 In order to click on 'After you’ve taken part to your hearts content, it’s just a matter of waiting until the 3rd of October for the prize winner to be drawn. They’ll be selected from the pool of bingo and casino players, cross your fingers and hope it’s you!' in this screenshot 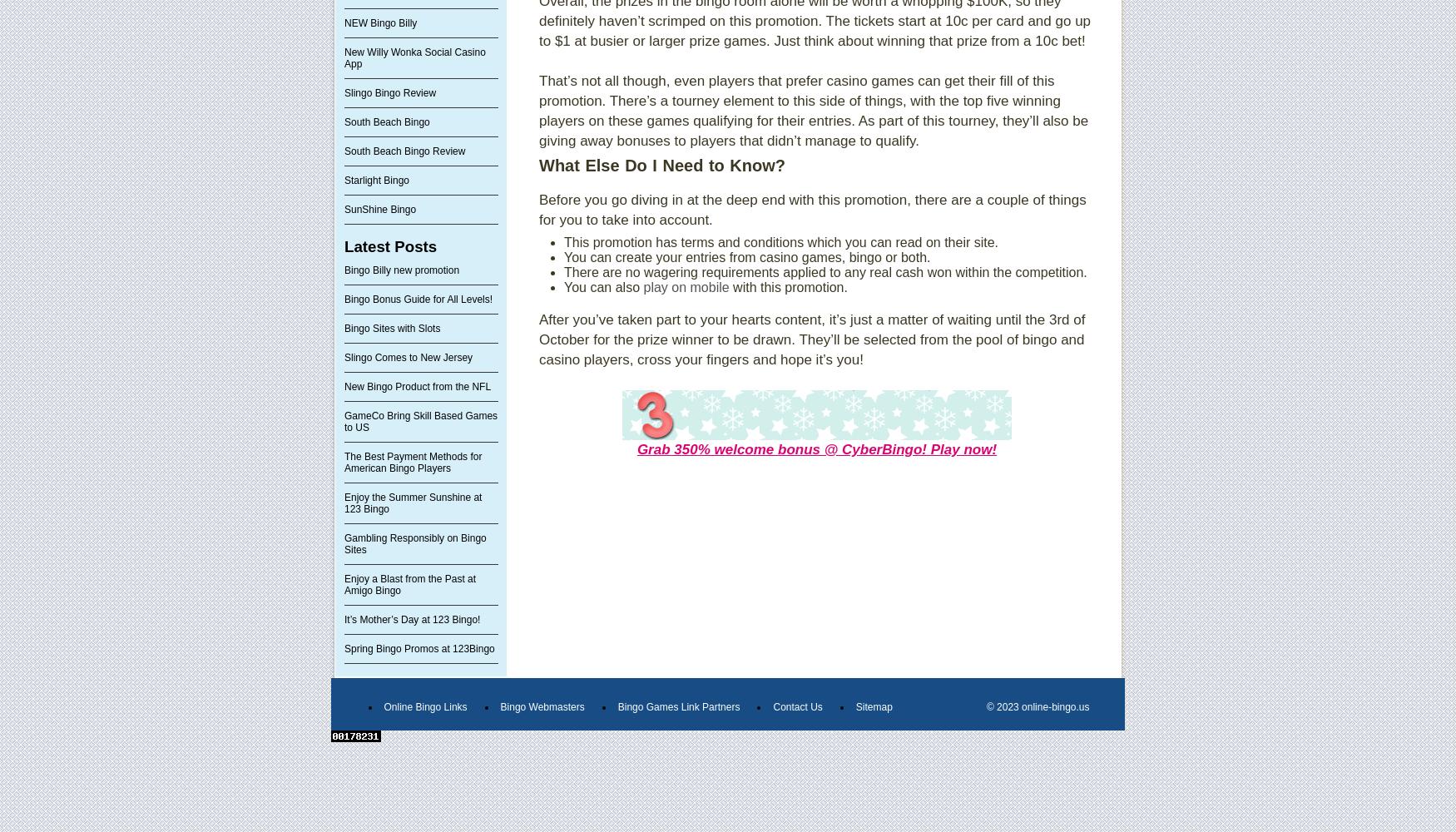, I will do `click(811, 339)`.